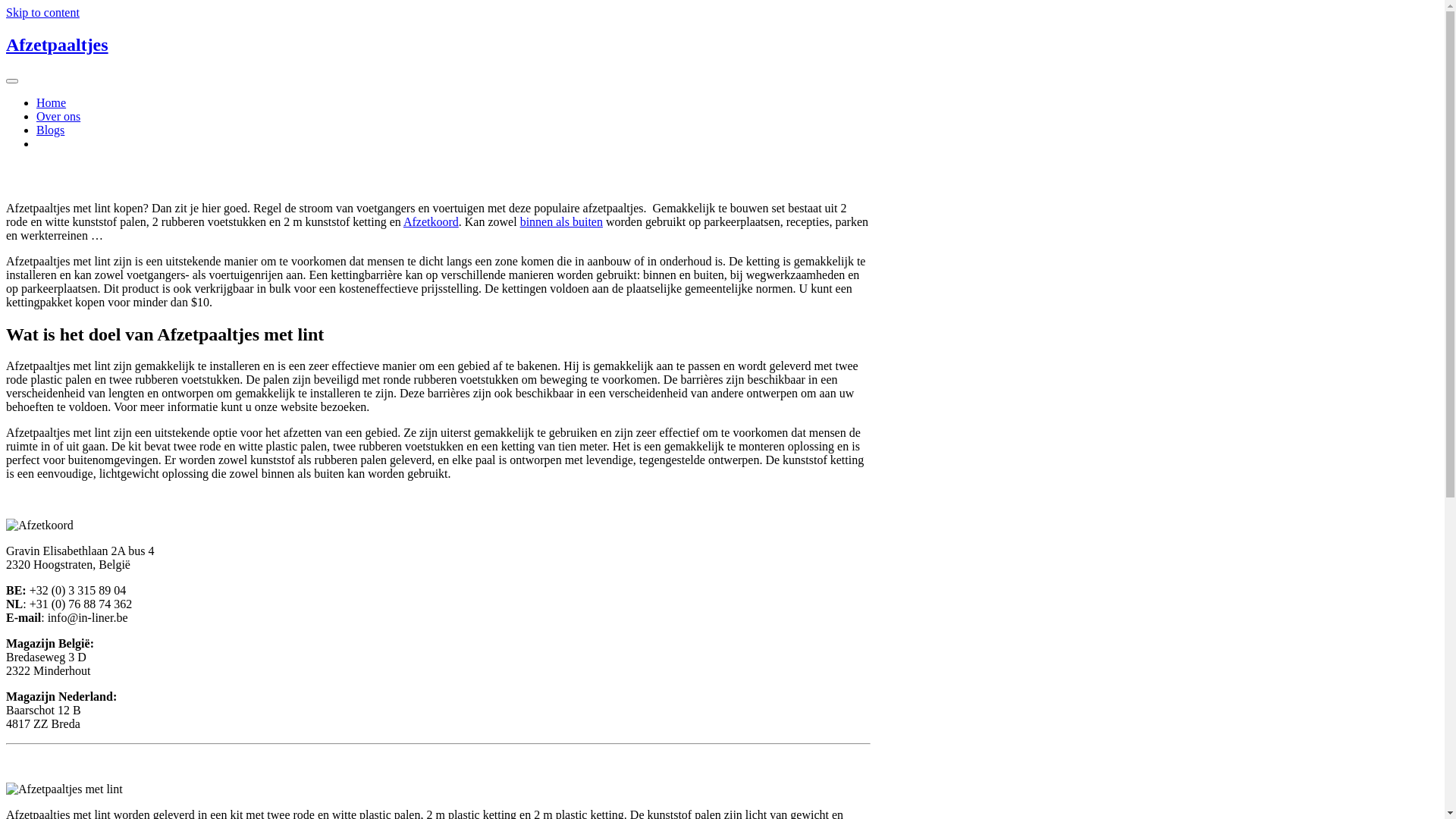 This screenshot has width=1456, height=819. I want to click on 'binnen als buiten', so click(560, 221).